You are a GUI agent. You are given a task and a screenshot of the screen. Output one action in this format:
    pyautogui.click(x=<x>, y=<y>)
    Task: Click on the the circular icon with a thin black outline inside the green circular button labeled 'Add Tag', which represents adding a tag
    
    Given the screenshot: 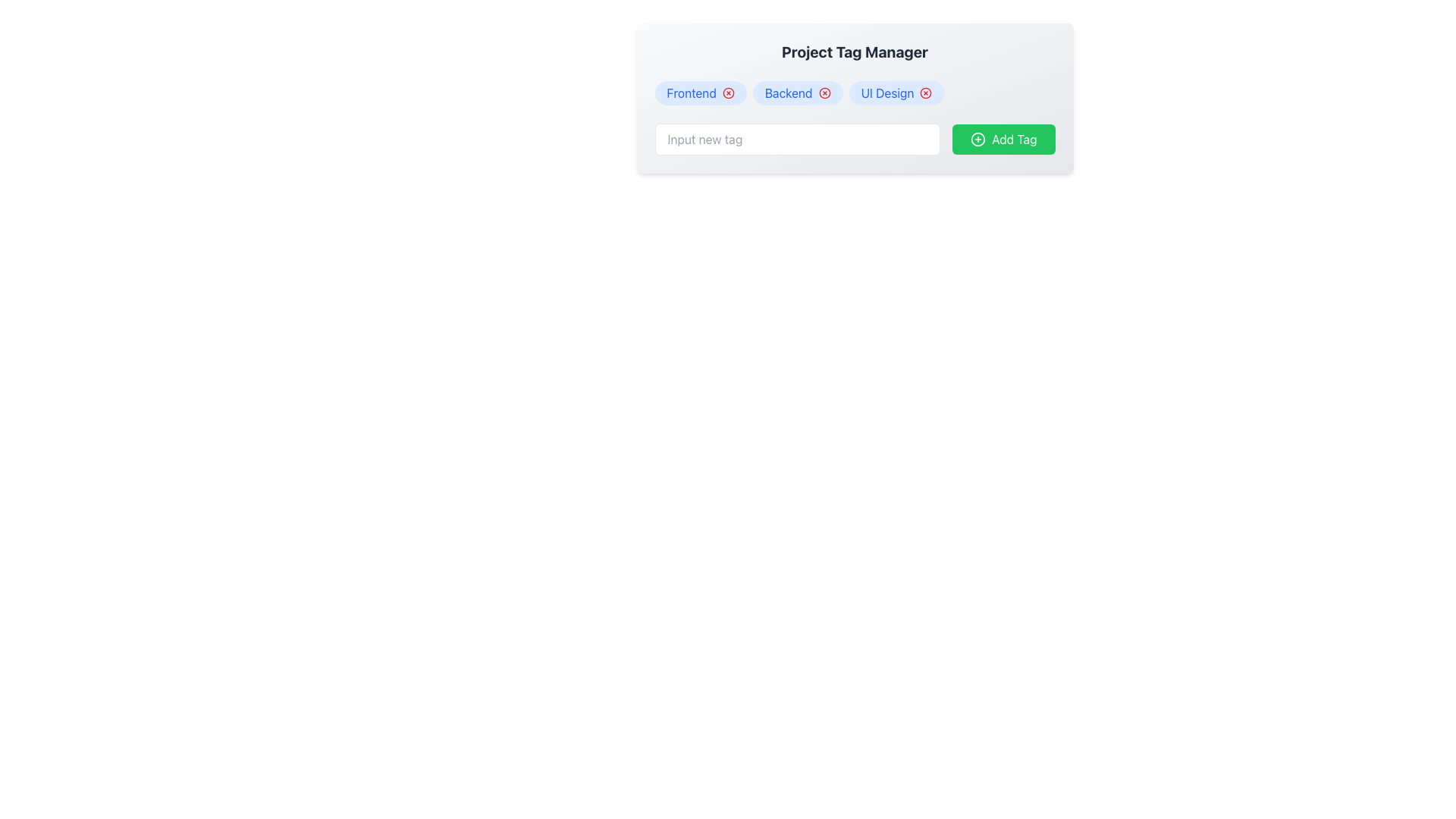 What is the action you would take?
    pyautogui.click(x=978, y=140)
    